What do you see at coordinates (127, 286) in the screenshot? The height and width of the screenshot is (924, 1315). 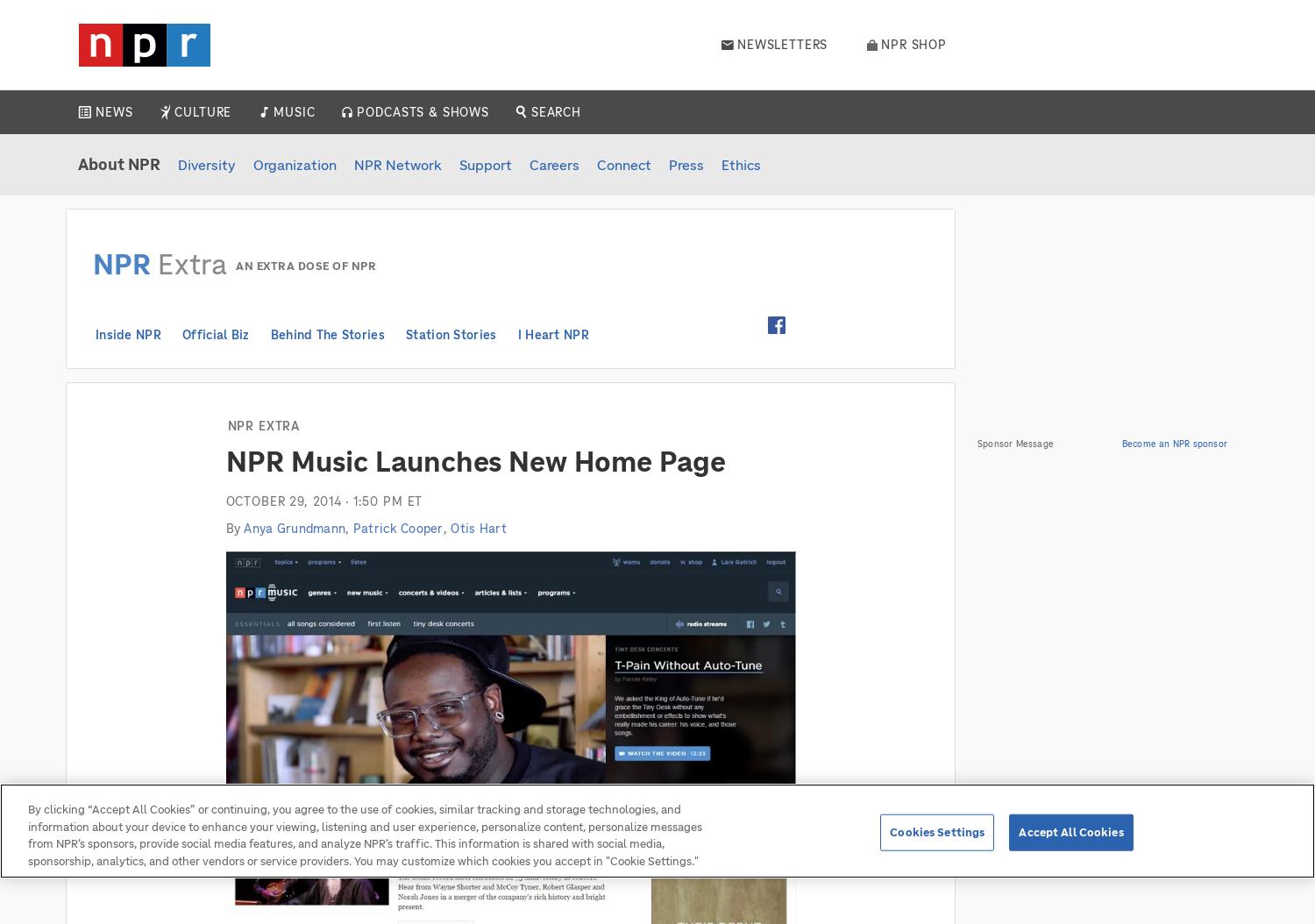 I see `'Climate'` at bounding box center [127, 286].